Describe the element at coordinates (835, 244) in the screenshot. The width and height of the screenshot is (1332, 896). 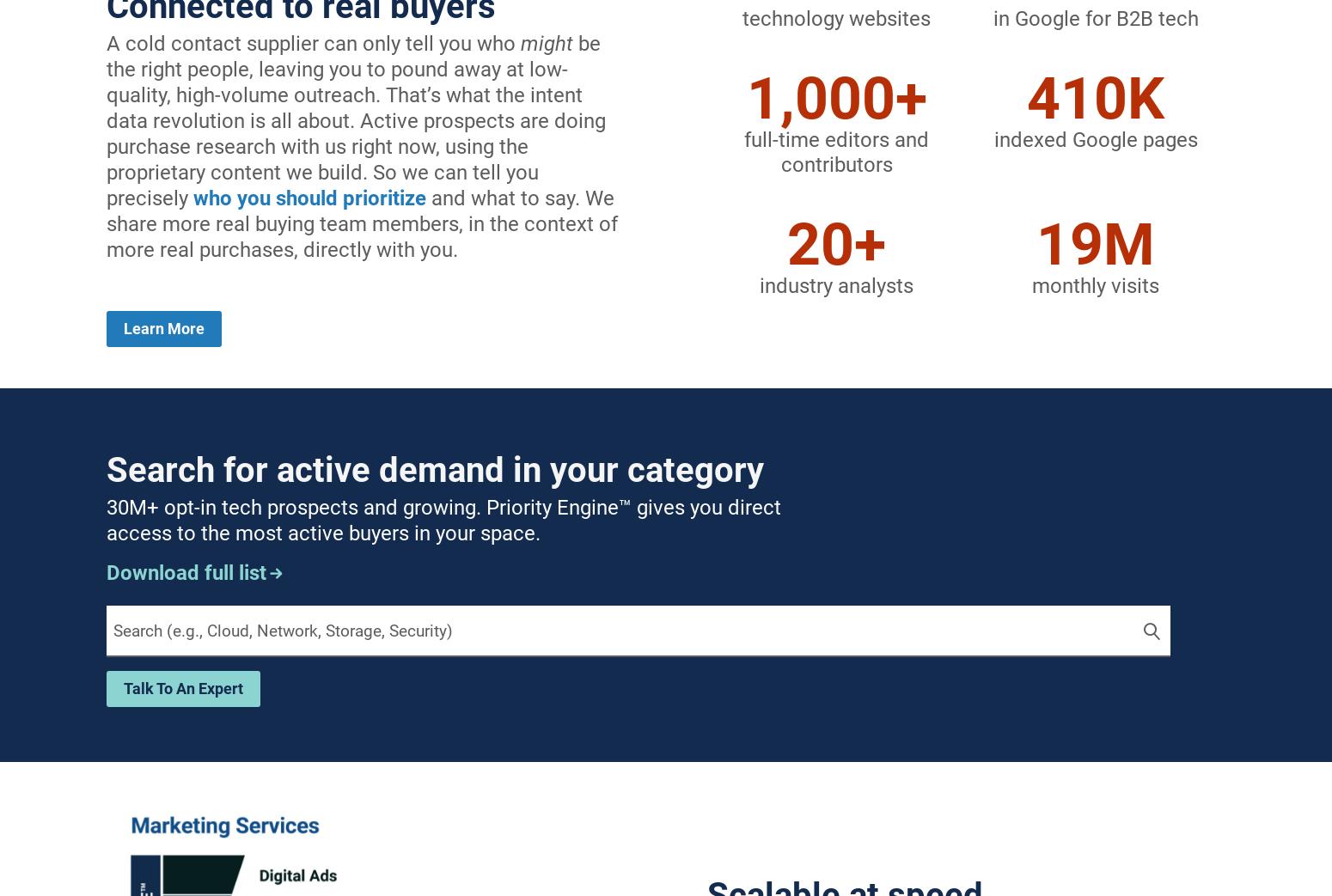
I see `'20+'` at that location.